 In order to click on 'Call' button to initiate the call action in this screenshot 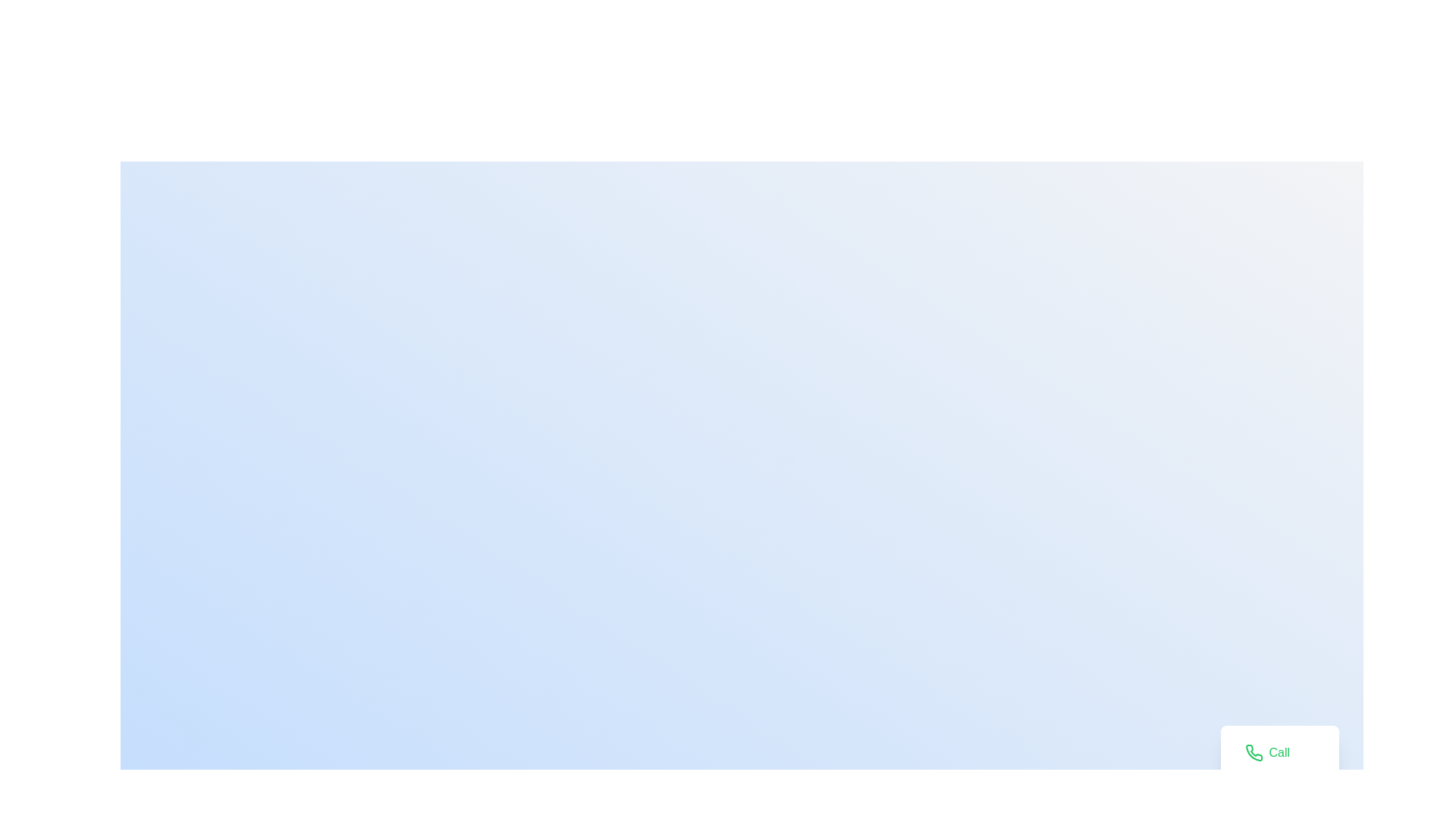, I will do `click(1266, 752)`.